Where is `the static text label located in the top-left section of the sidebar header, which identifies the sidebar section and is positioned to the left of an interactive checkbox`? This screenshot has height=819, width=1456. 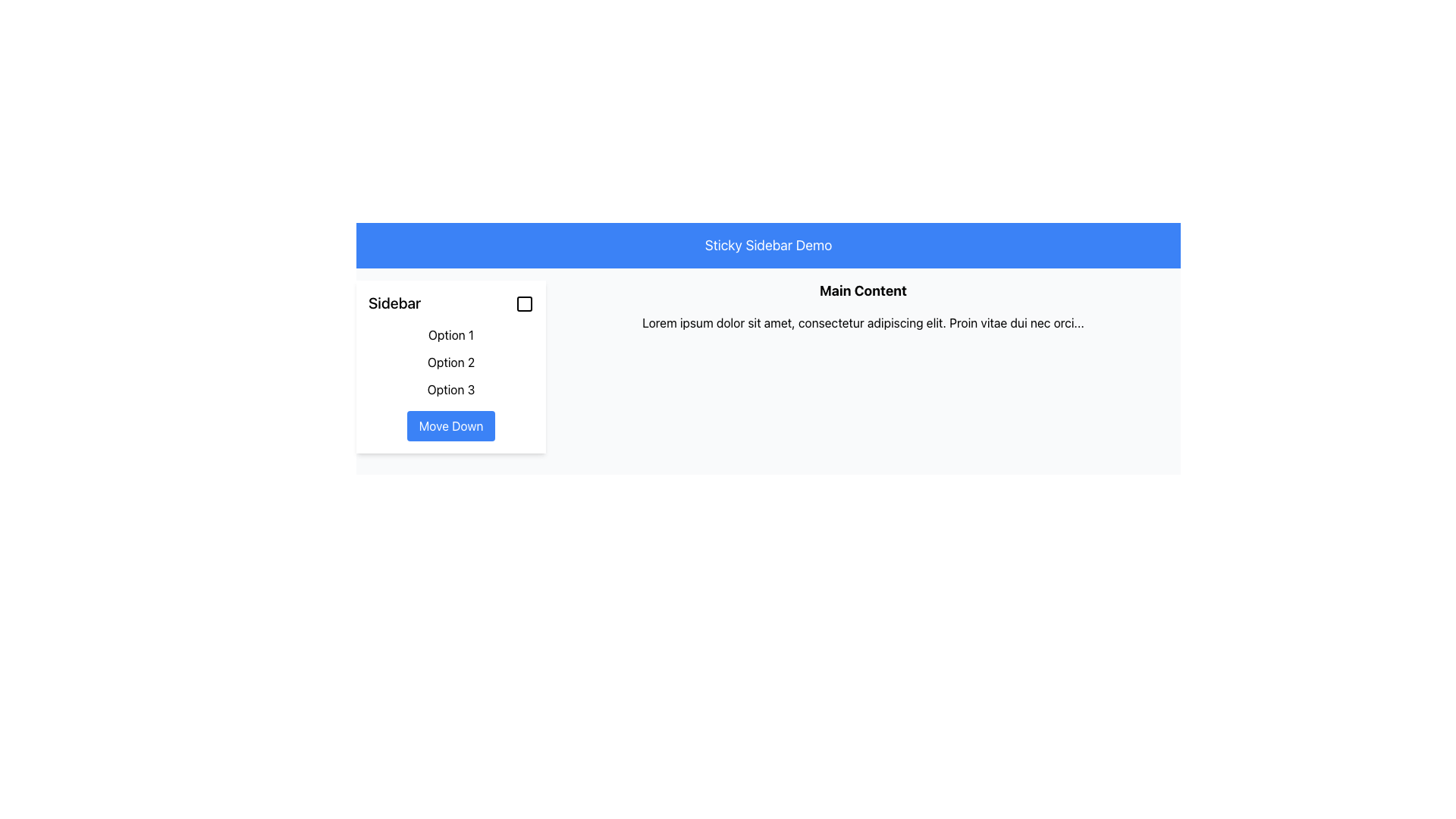 the static text label located in the top-left section of the sidebar header, which identifies the sidebar section and is positioned to the left of an interactive checkbox is located at coordinates (394, 303).